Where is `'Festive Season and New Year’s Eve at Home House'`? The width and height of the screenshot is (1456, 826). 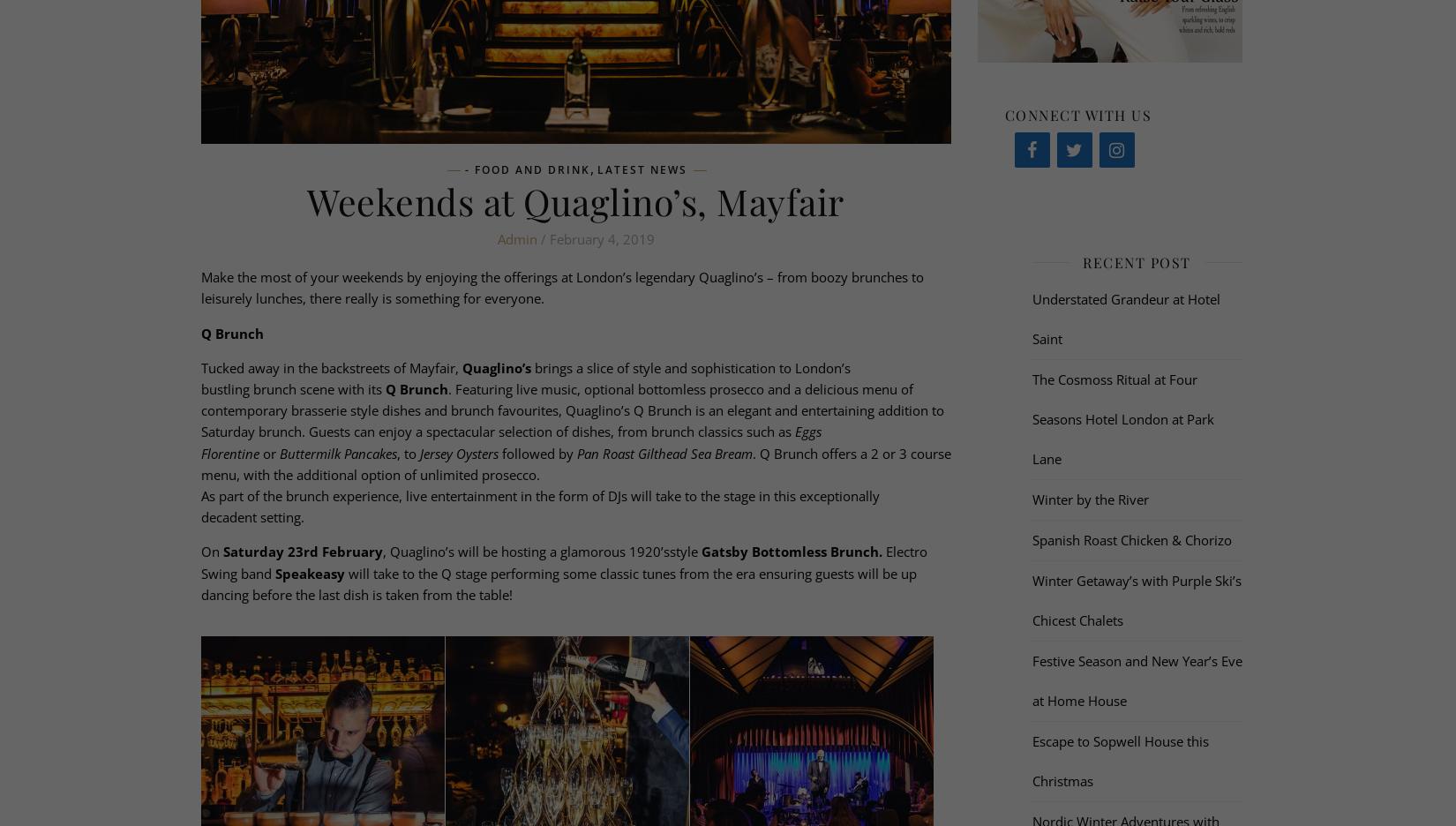
'Festive Season and New Year’s Eve at Home House' is located at coordinates (1135, 680).